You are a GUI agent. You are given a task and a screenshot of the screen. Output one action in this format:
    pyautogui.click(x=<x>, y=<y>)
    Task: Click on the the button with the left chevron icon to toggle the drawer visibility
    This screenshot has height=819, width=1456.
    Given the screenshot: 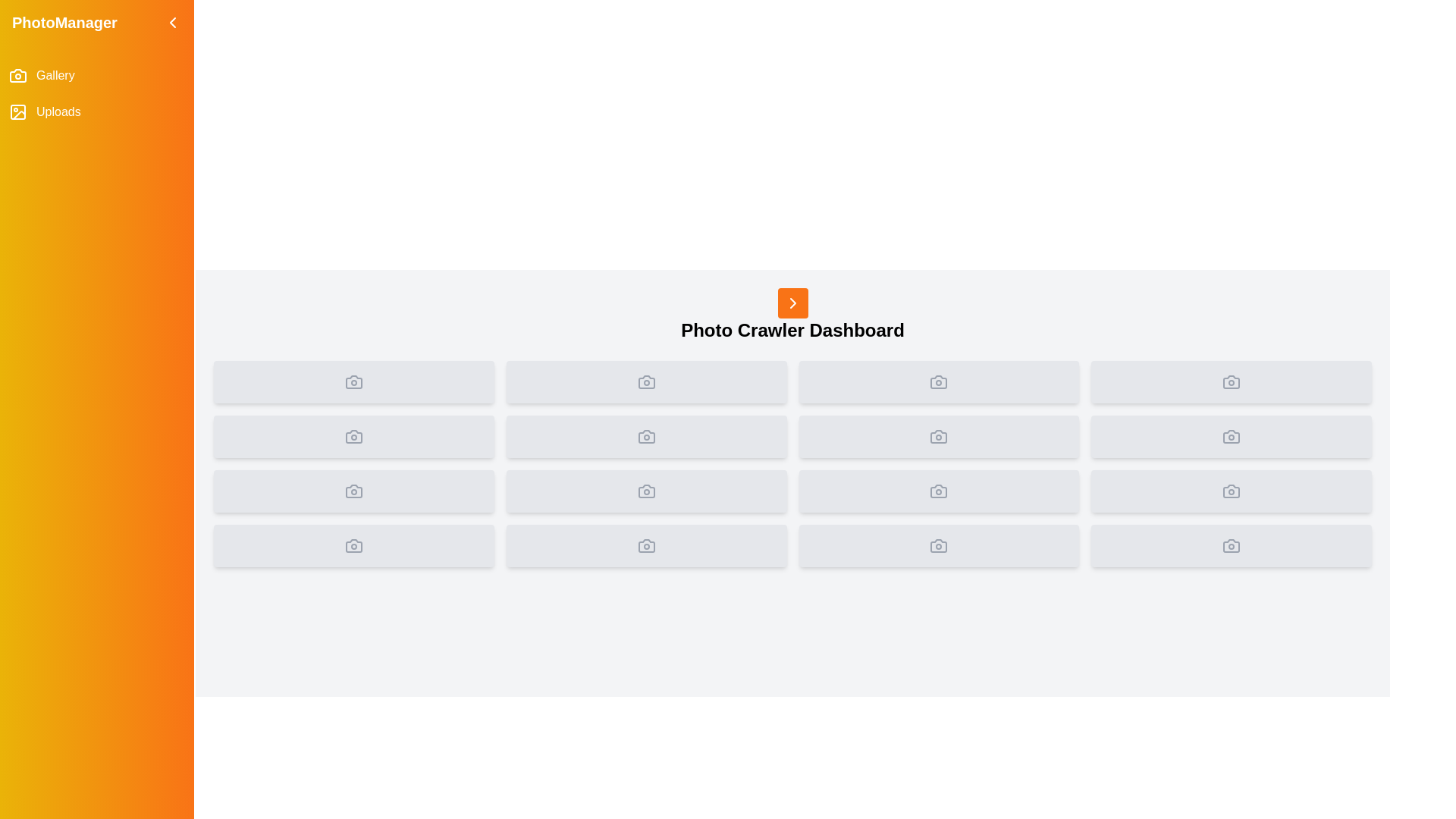 What is the action you would take?
    pyautogui.click(x=172, y=23)
    